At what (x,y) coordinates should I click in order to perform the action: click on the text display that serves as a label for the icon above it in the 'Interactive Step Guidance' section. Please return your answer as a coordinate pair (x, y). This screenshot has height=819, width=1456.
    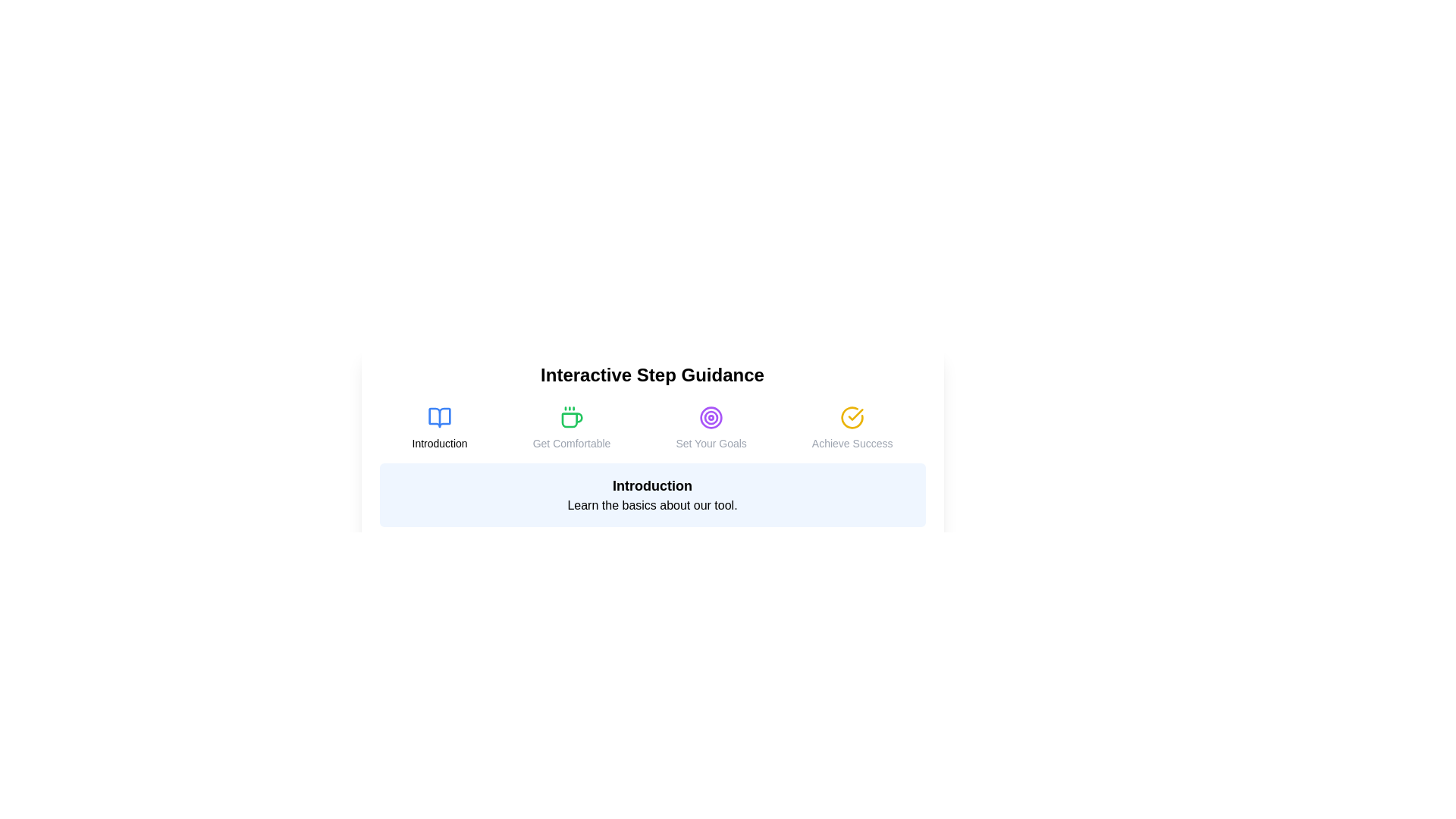
    Looking at the image, I should click on (852, 444).